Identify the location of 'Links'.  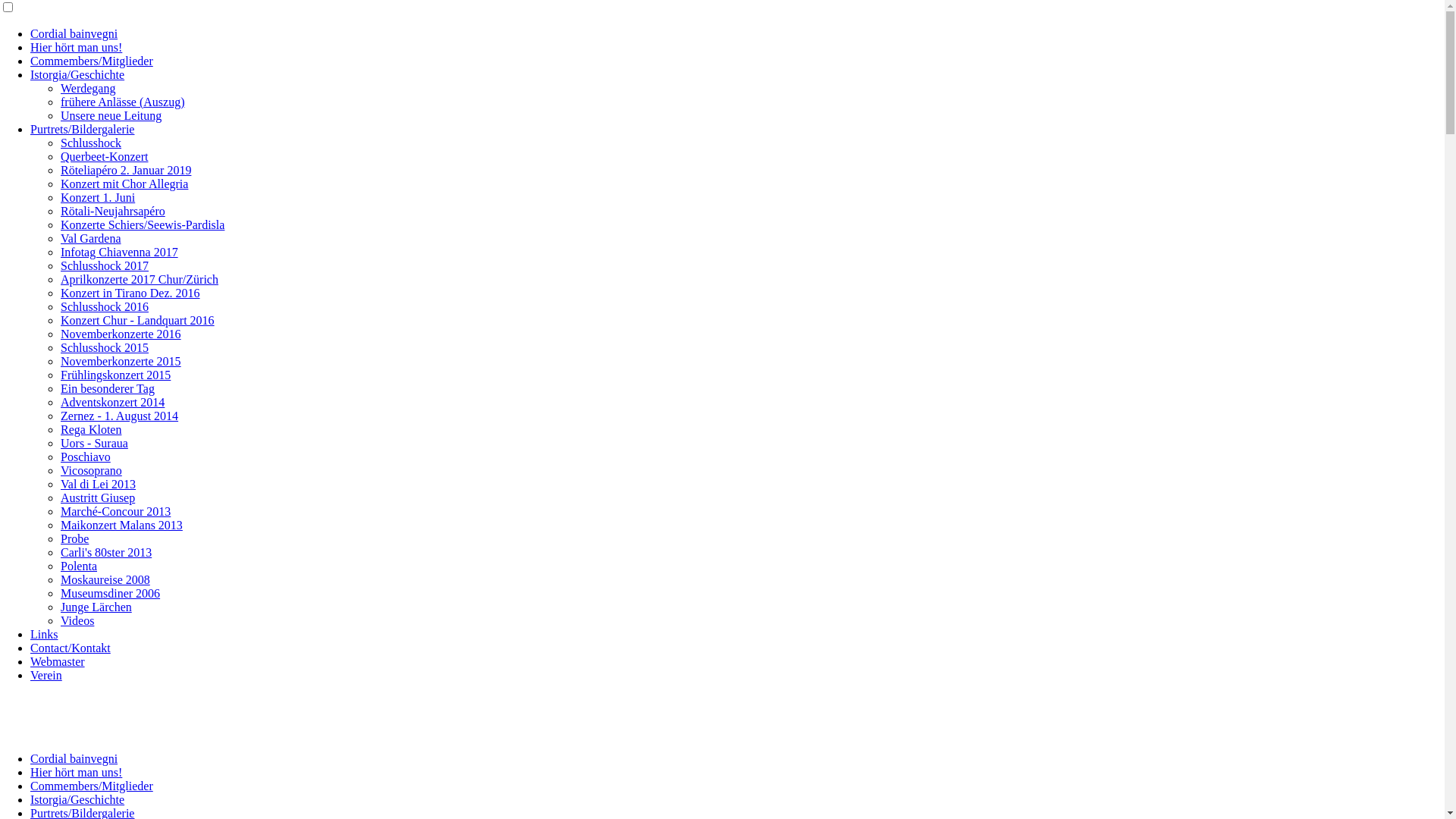
(43, 634).